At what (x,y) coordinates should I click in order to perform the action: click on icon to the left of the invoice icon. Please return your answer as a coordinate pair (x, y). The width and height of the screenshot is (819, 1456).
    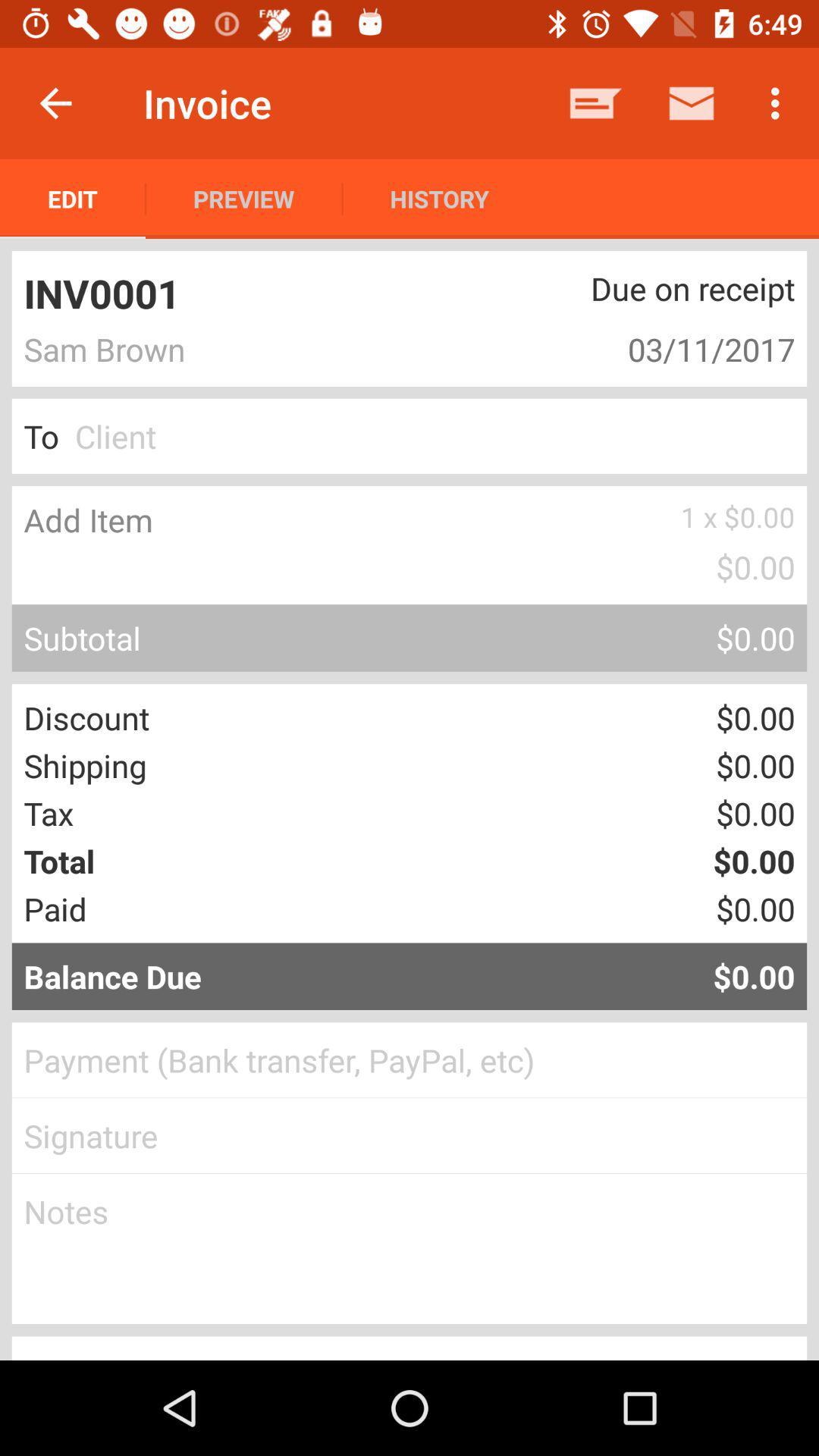
    Looking at the image, I should click on (55, 102).